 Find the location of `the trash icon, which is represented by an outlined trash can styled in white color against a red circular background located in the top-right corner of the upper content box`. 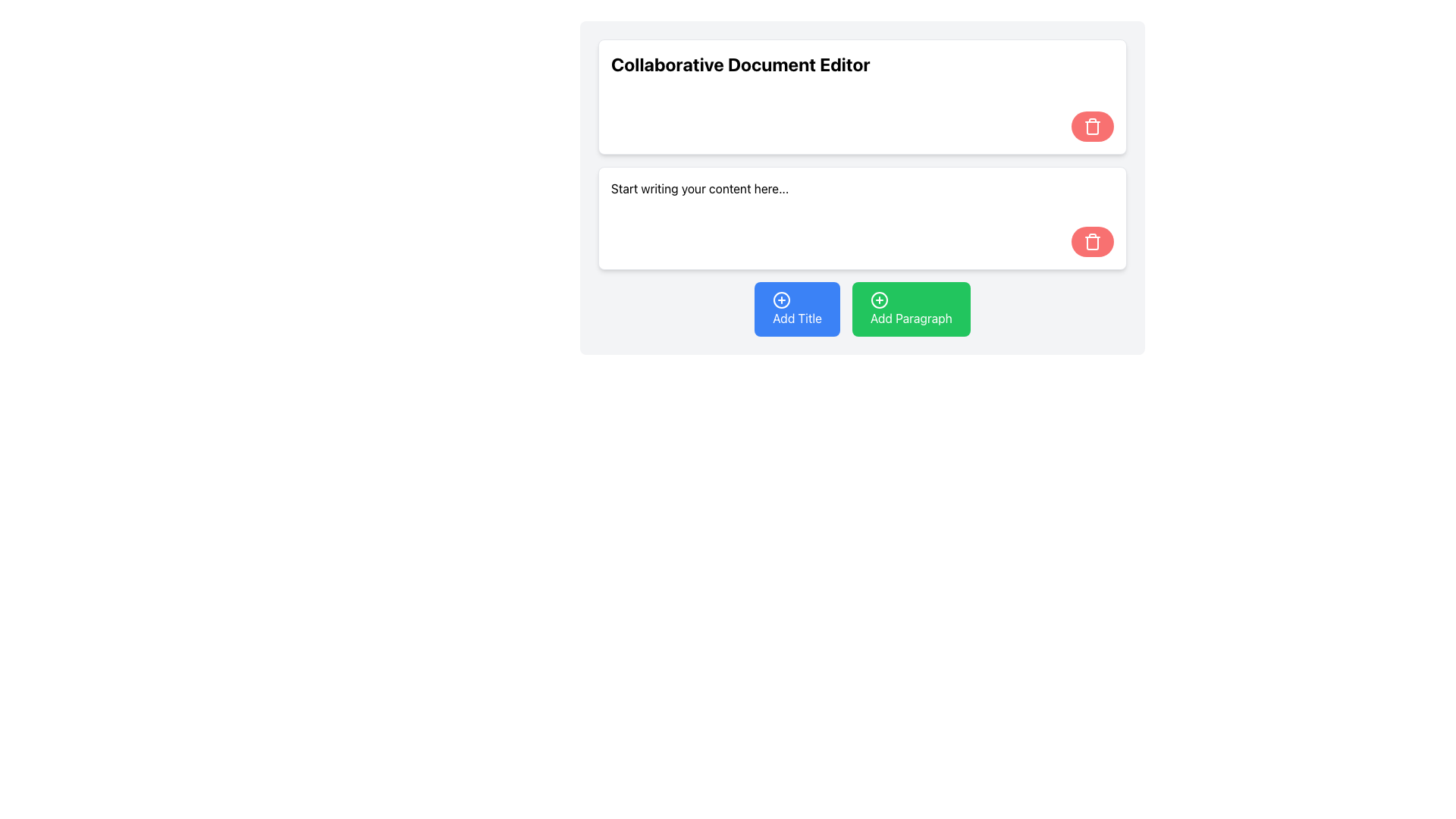

the trash icon, which is represented by an outlined trash can styled in white color against a red circular background located in the top-right corner of the upper content box is located at coordinates (1092, 125).